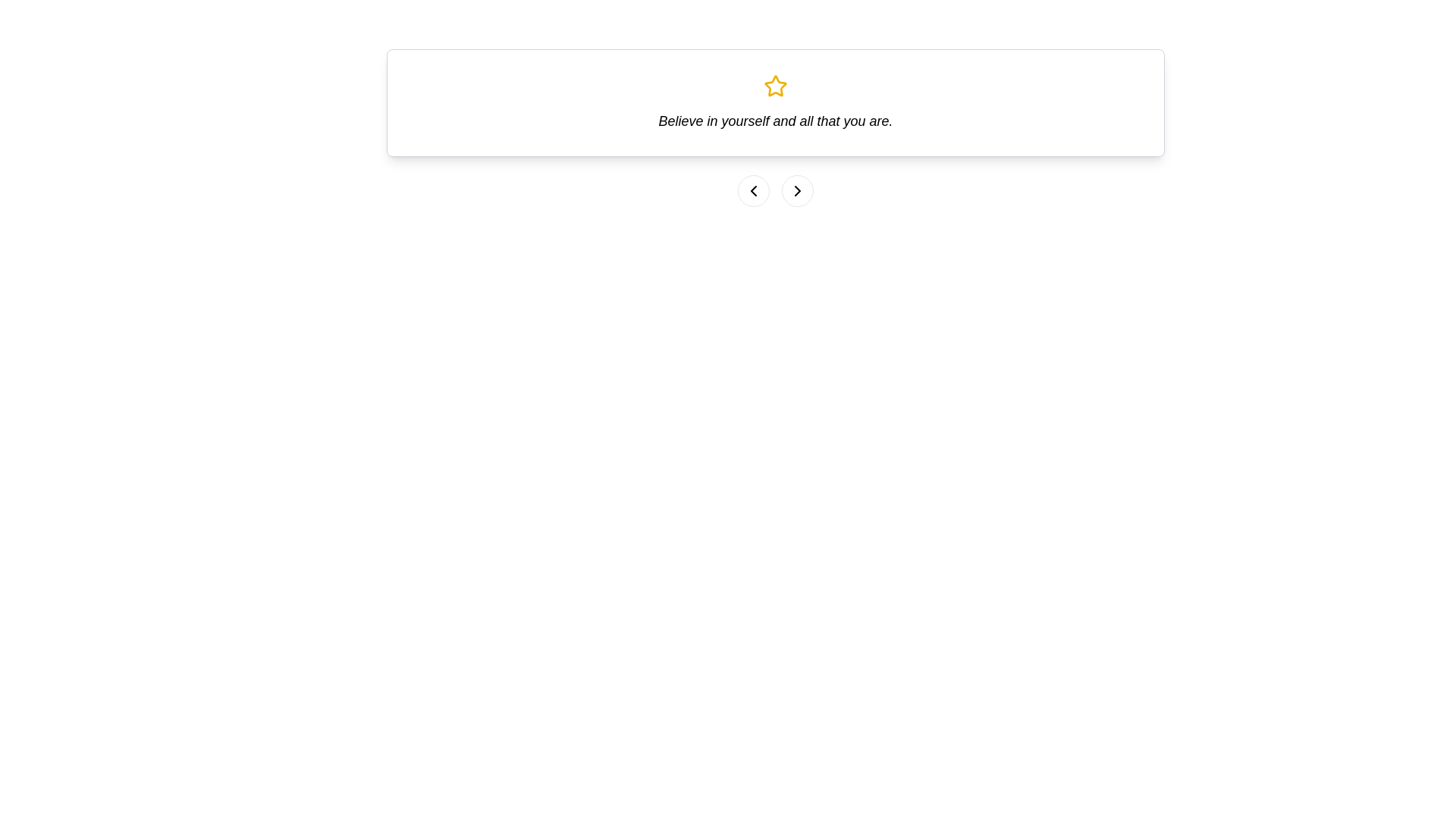 The image size is (1456, 819). Describe the element at coordinates (753, 190) in the screenshot. I see `the left arrow icon button, which is part of a minimalist design` at that location.